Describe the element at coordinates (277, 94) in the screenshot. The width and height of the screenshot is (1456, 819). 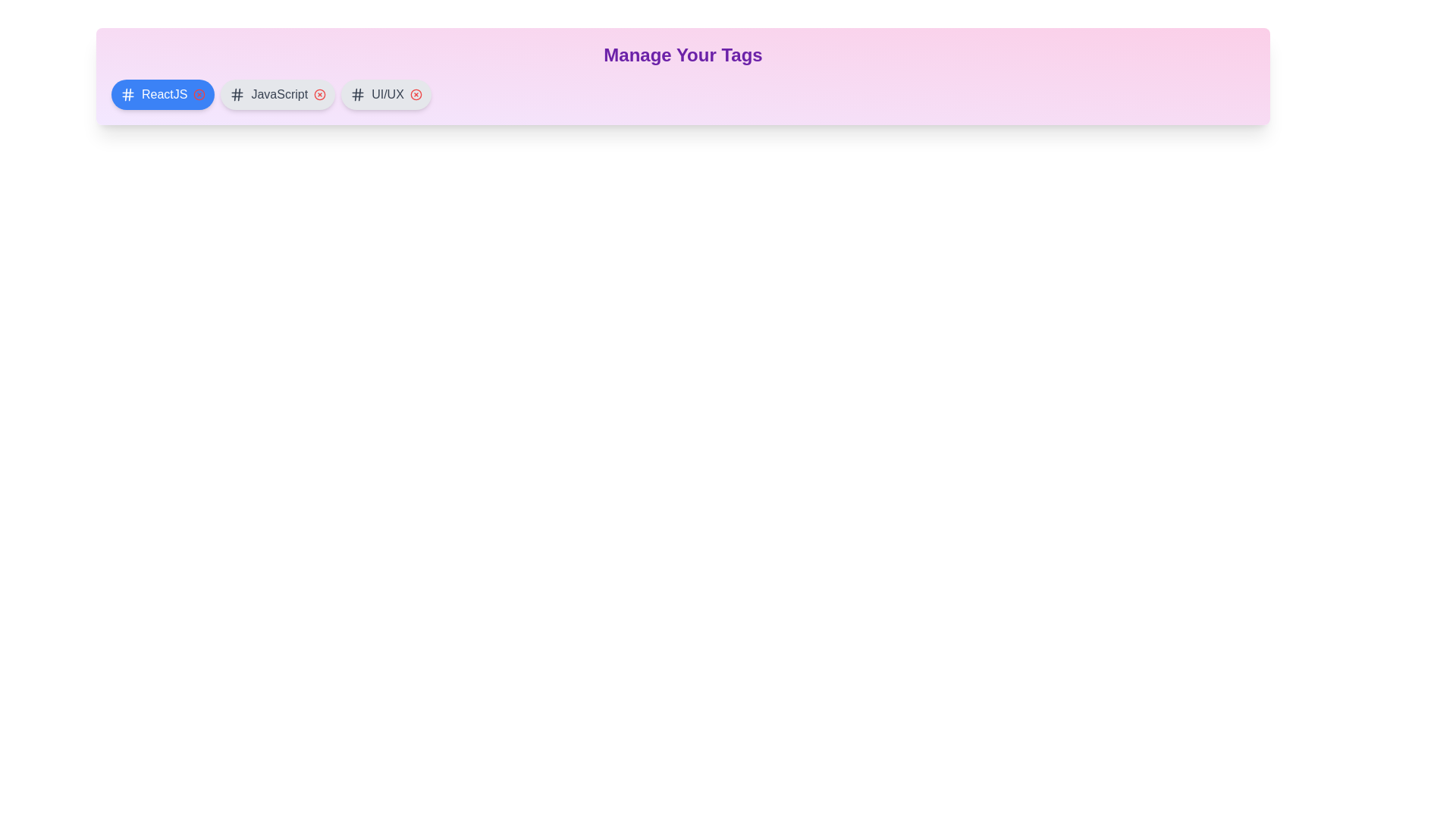
I see `the tag labeled 'JavaScript'` at that location.